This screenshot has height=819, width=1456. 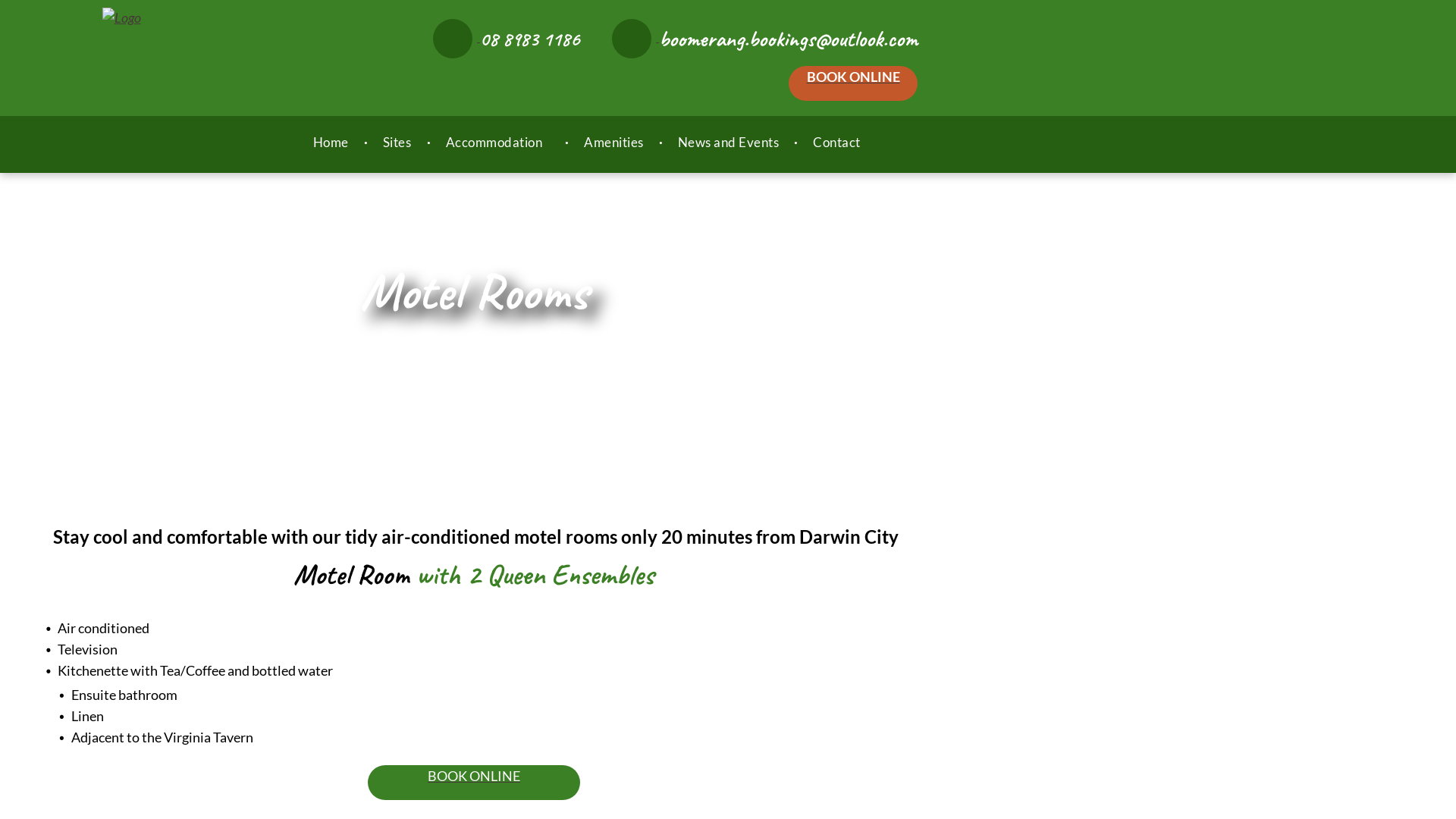 I want to click on 'Contact', so click(x=836, y=143).